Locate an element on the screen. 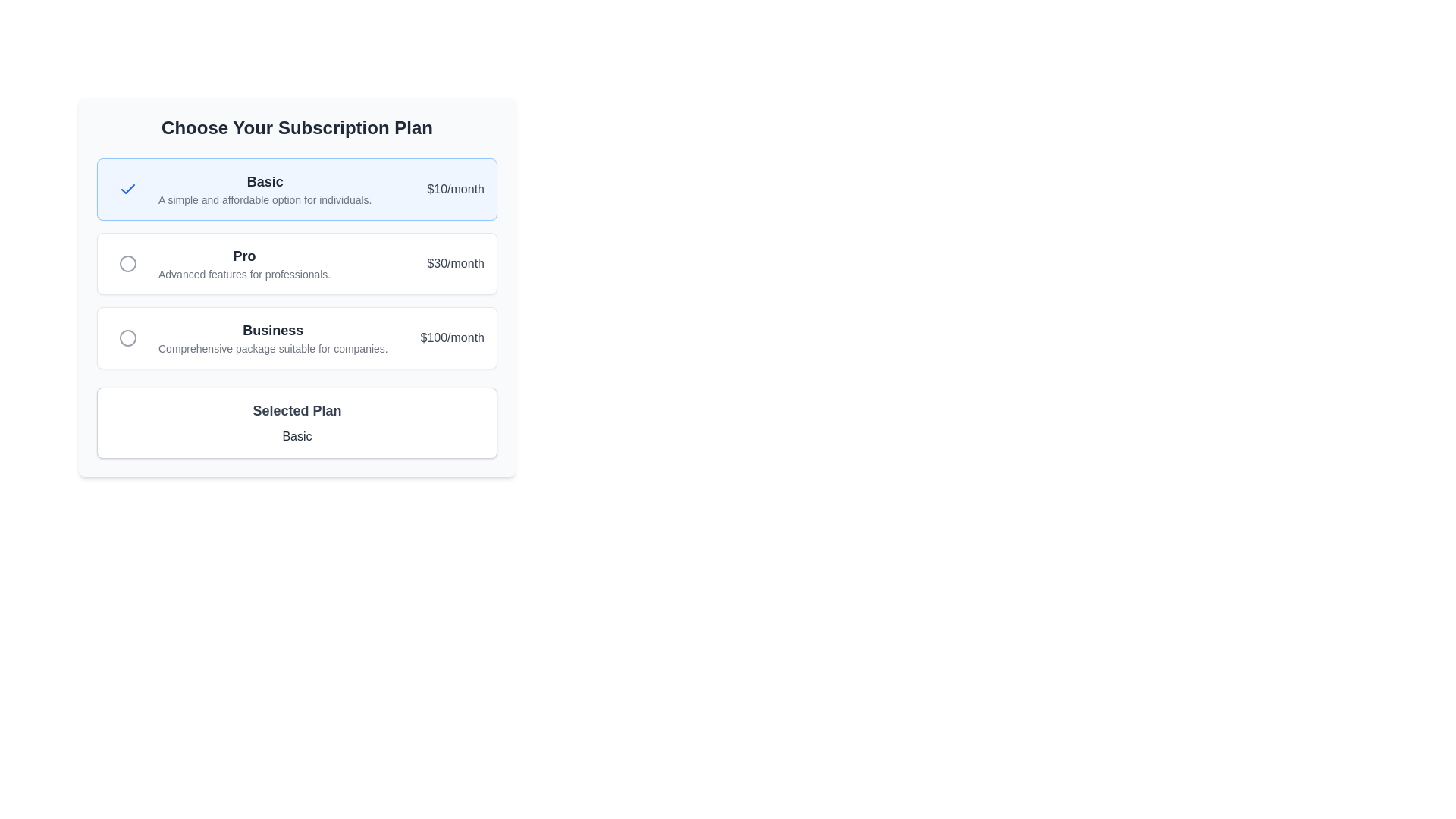  the text block displaying 'Business' and 'Comprehensive package suitable for companies.' which is centrally located in the third subscription option, between 'Pro' and 'Selected Plan: Basic.' is located at coordinates (273, 337).